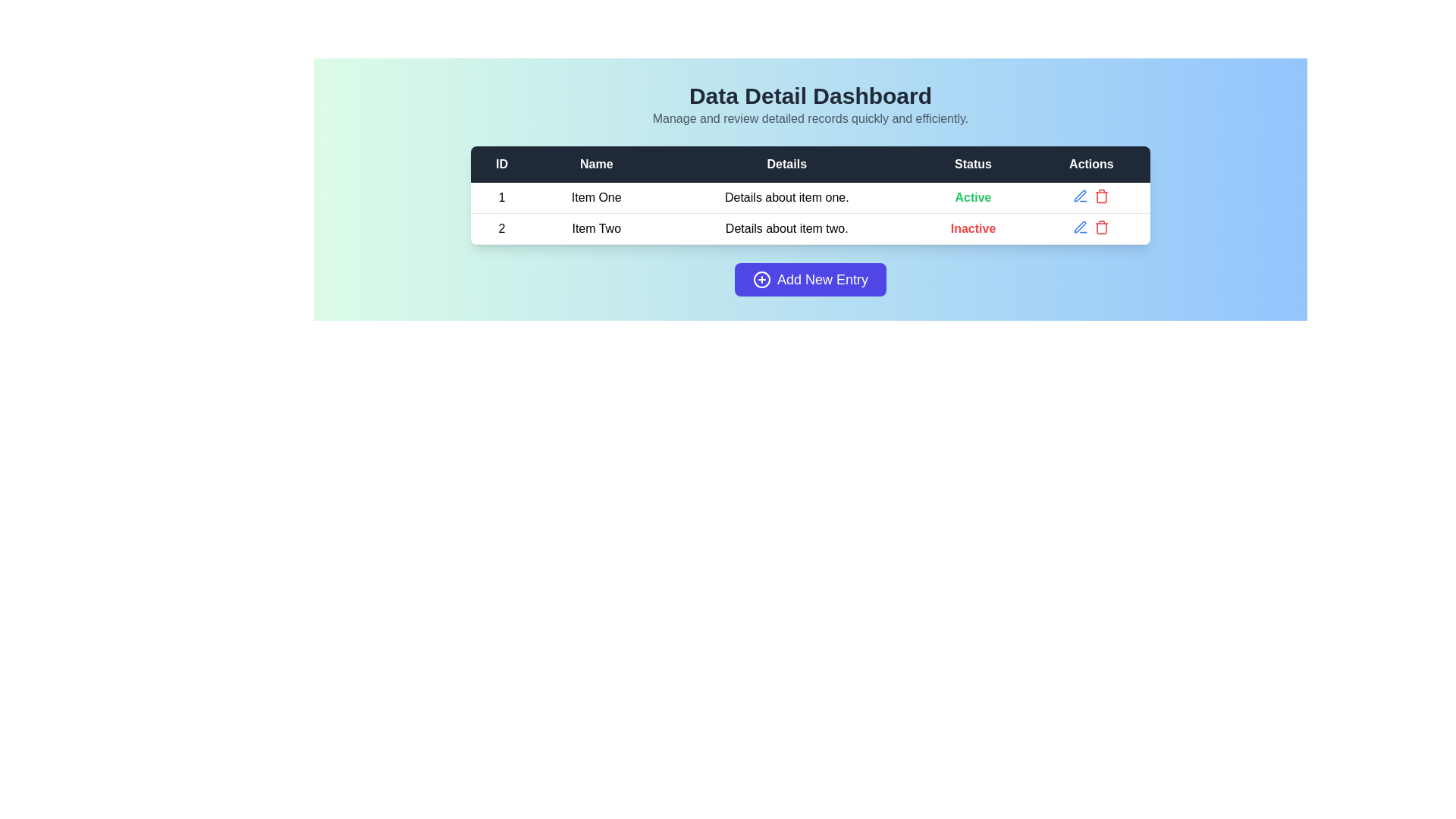  What do you see at coordinates (1090, 227) in the screenshot?
I see `the trash bin icon in the Button group of the 'Actions' column for 'Item Two'` at bounding box center [1090, 227].